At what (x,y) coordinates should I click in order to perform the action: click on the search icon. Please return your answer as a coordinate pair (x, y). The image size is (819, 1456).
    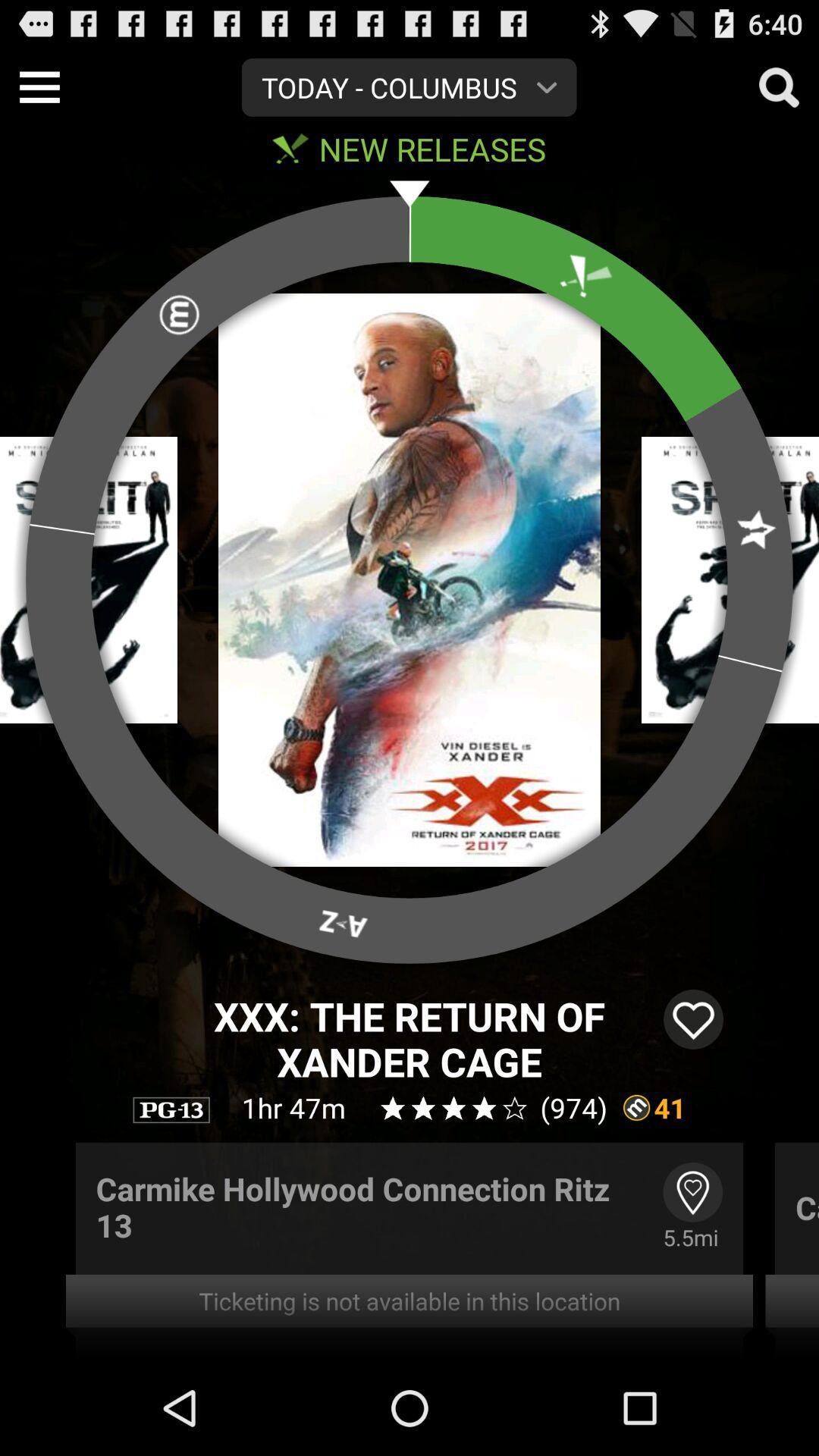
    Looking at the image, I should click on (779, 93).